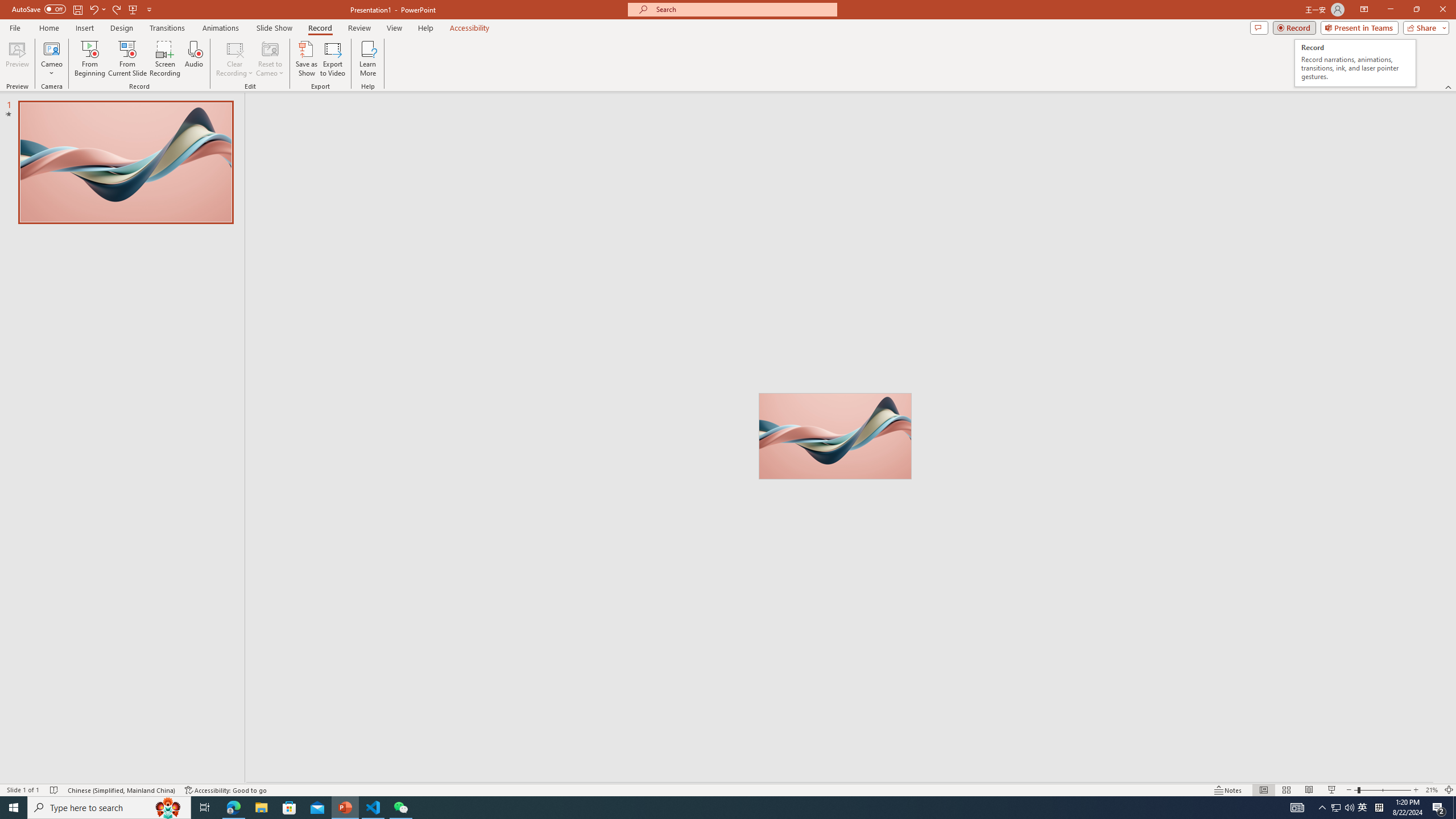 This screenshot has height=819, width=1456. What do you see at coordinates (51, 59) in the screenshot?
I see `'Cameo'` at bounding box center [51, 59].